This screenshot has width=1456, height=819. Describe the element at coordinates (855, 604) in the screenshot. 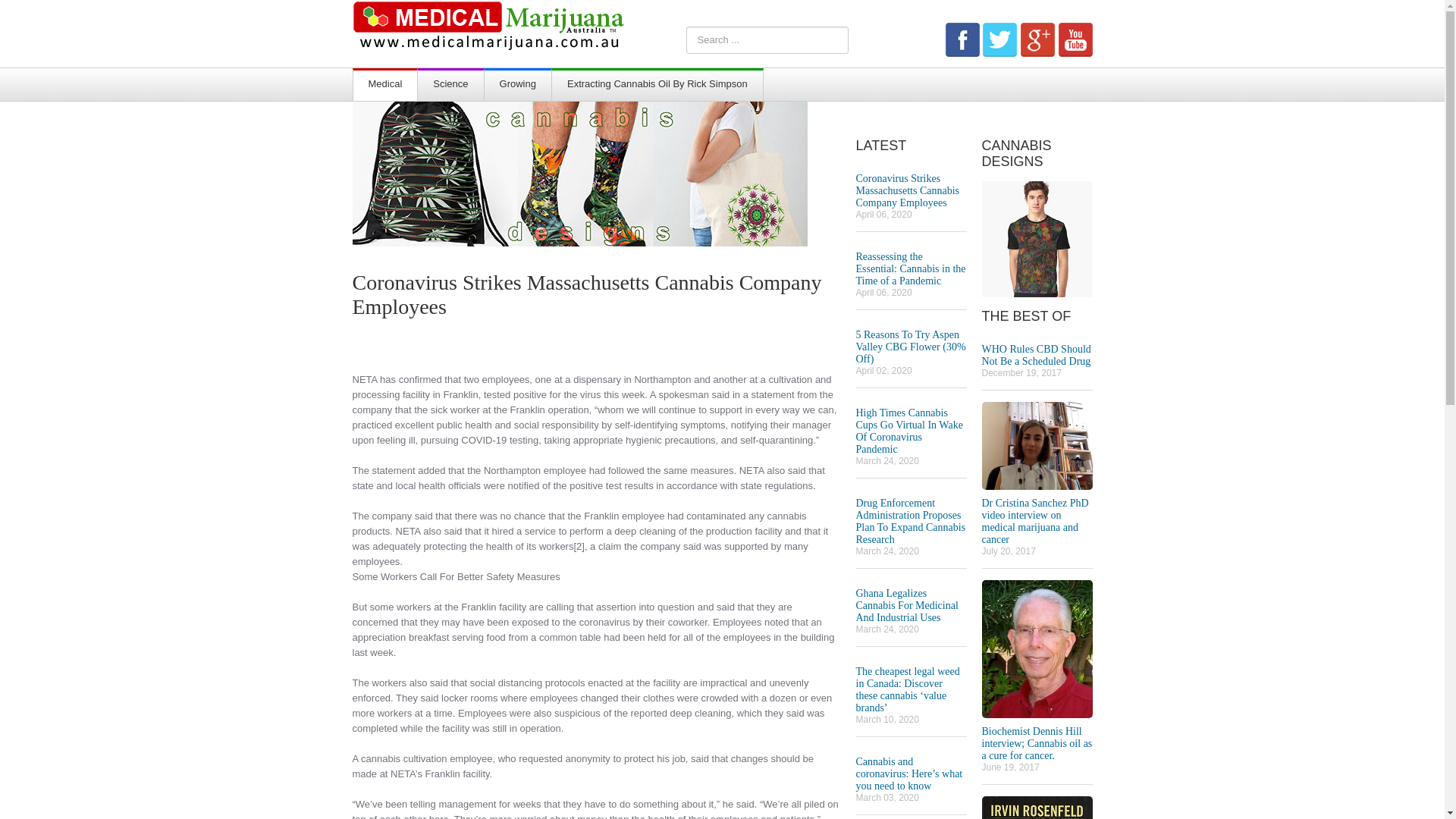

I see `'Ghana Legalizes Cannabis For Medicinal And Industrial Uses'` at that location.